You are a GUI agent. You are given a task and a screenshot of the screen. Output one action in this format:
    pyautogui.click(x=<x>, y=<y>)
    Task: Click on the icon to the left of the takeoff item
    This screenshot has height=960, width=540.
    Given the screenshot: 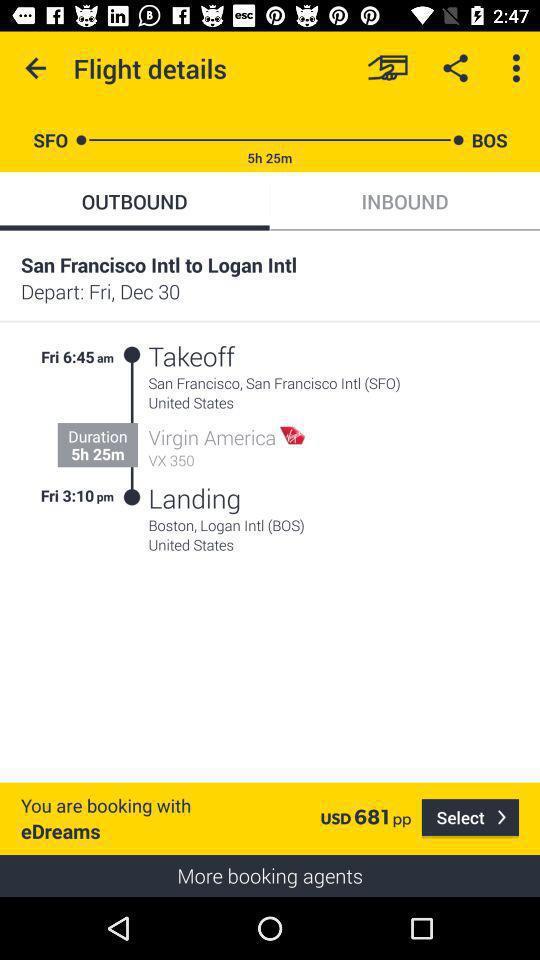 What is the action you would take?
    pyautogui.click(x=132, y=426)
    